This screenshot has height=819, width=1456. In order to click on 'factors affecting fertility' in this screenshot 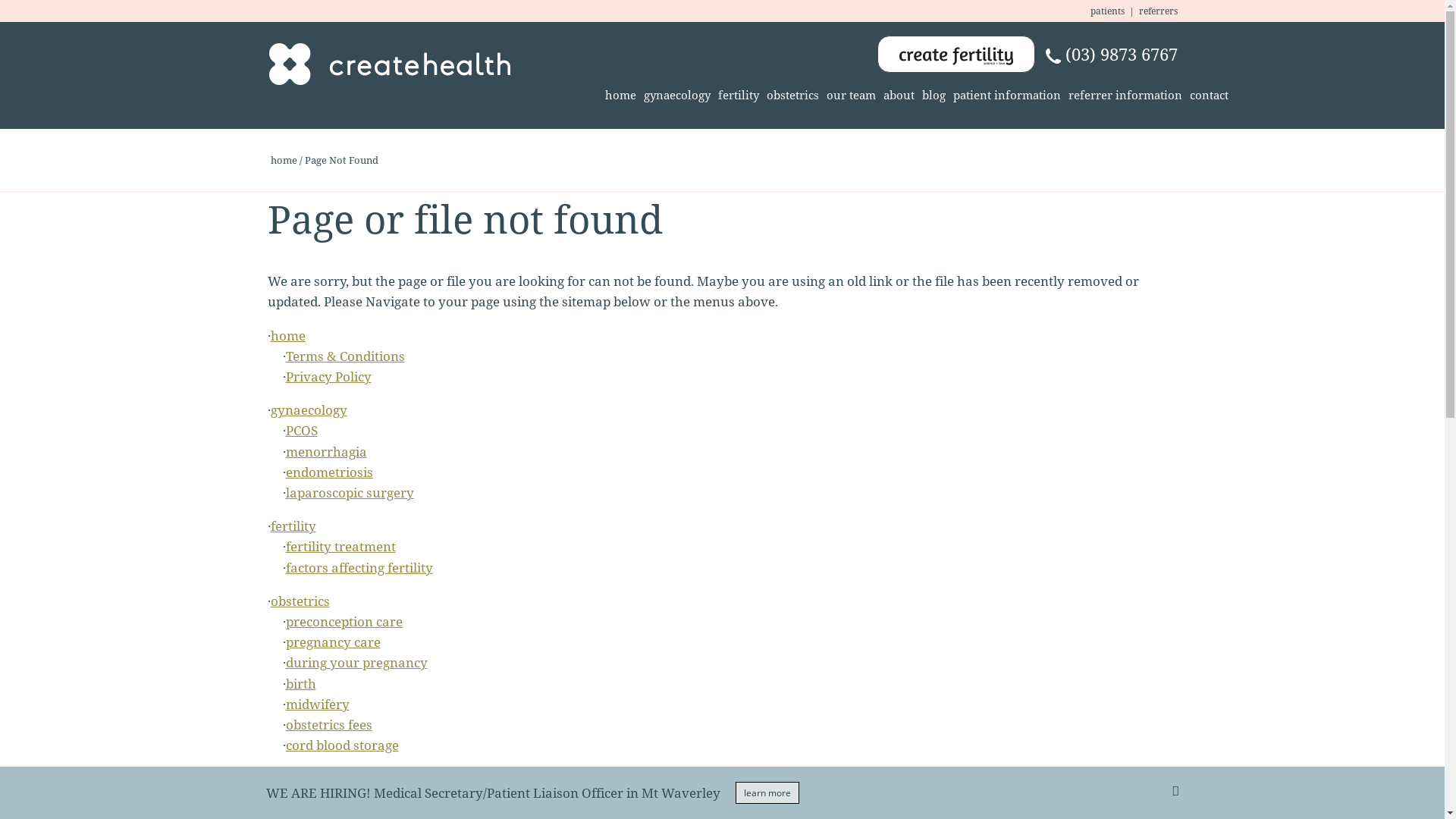, I will do `click(284, 567)`.